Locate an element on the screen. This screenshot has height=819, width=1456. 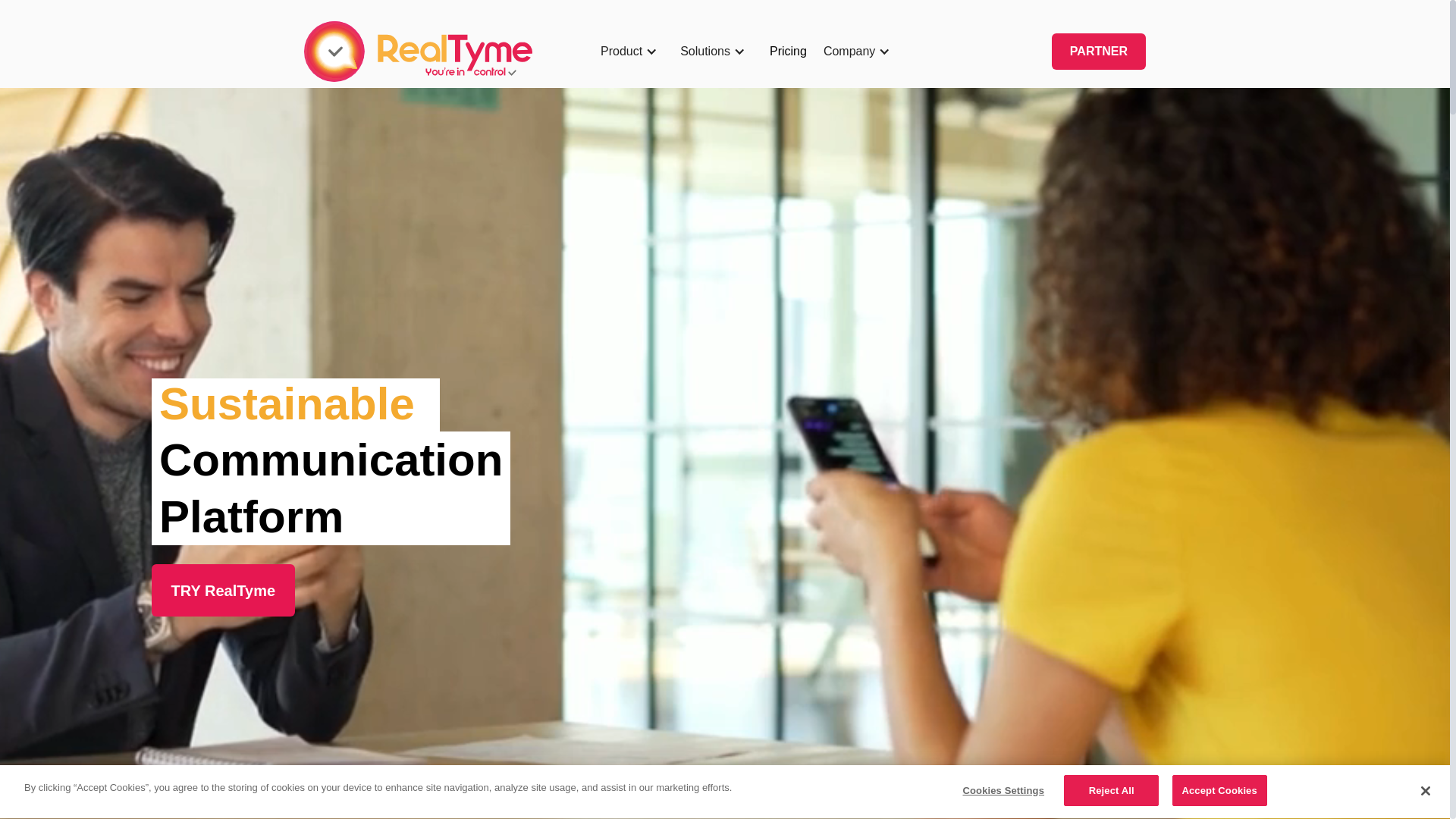
'Accept Cookies' is located at coordinates (1219, 789).